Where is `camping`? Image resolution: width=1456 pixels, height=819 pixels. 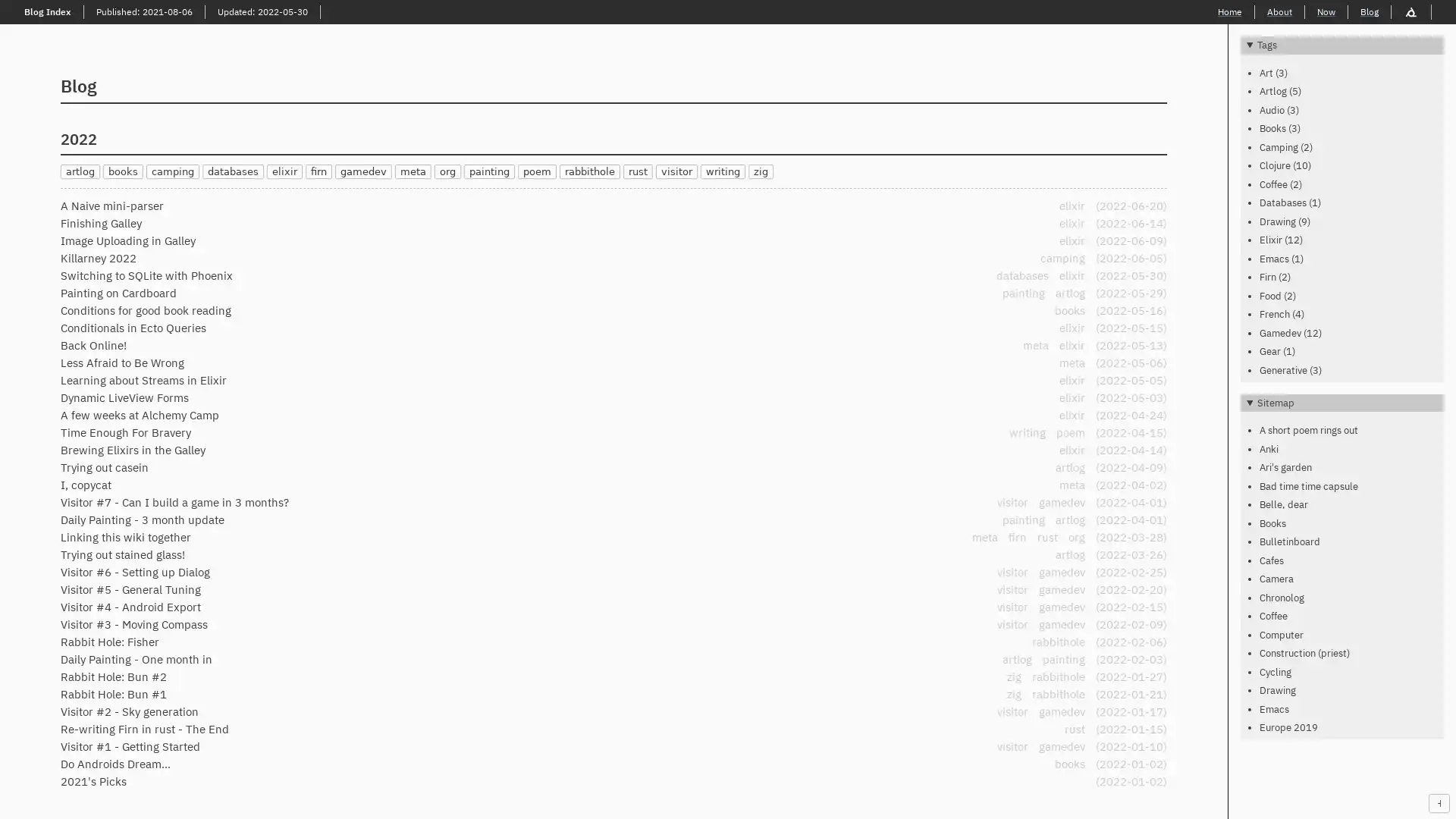
camping is located at coordinates (173, 171).